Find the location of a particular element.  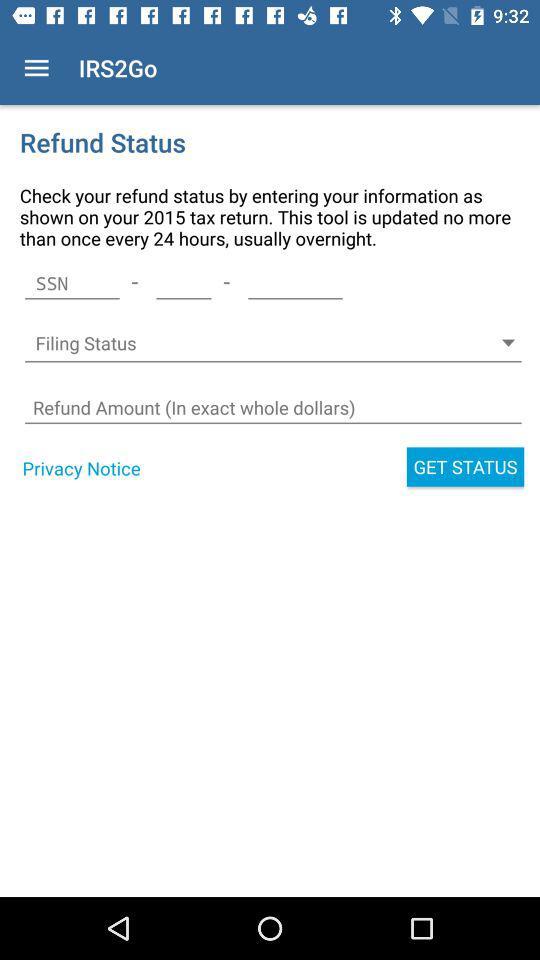

the icon to the right of the - icon is located at coordinates (183, 282).